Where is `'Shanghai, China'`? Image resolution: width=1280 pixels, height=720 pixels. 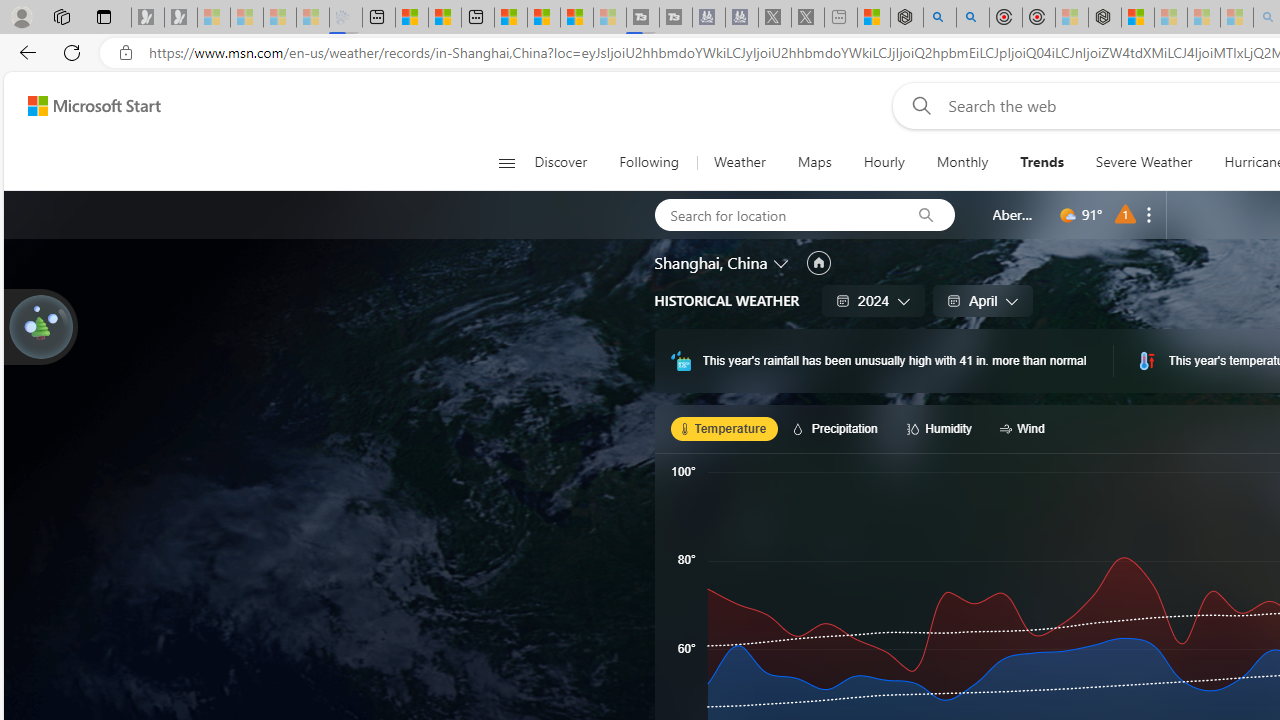
'Shanghai, China' is located at coordinates (711, 262).